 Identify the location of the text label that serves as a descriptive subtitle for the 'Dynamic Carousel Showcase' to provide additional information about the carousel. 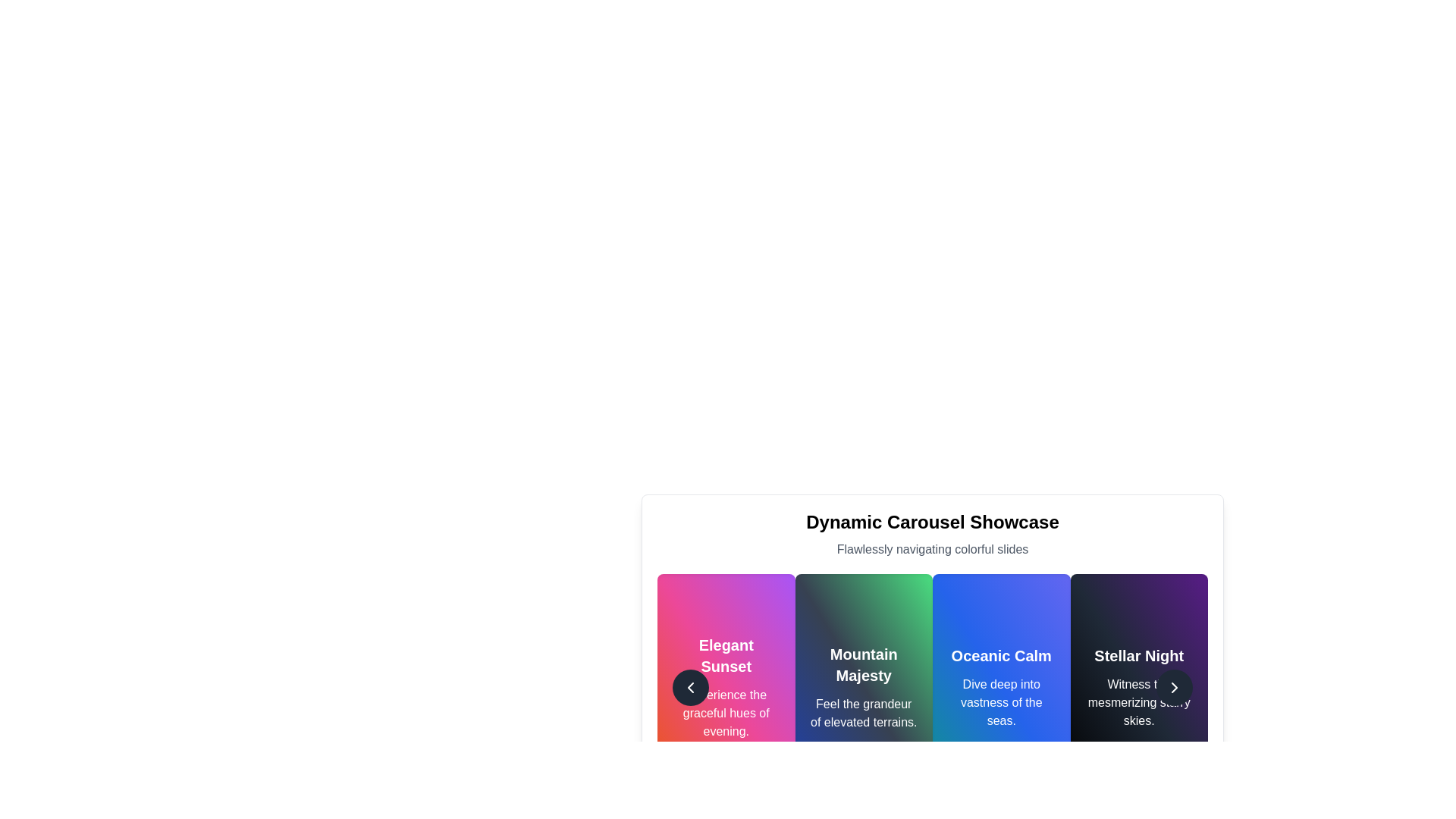
(931, 550).